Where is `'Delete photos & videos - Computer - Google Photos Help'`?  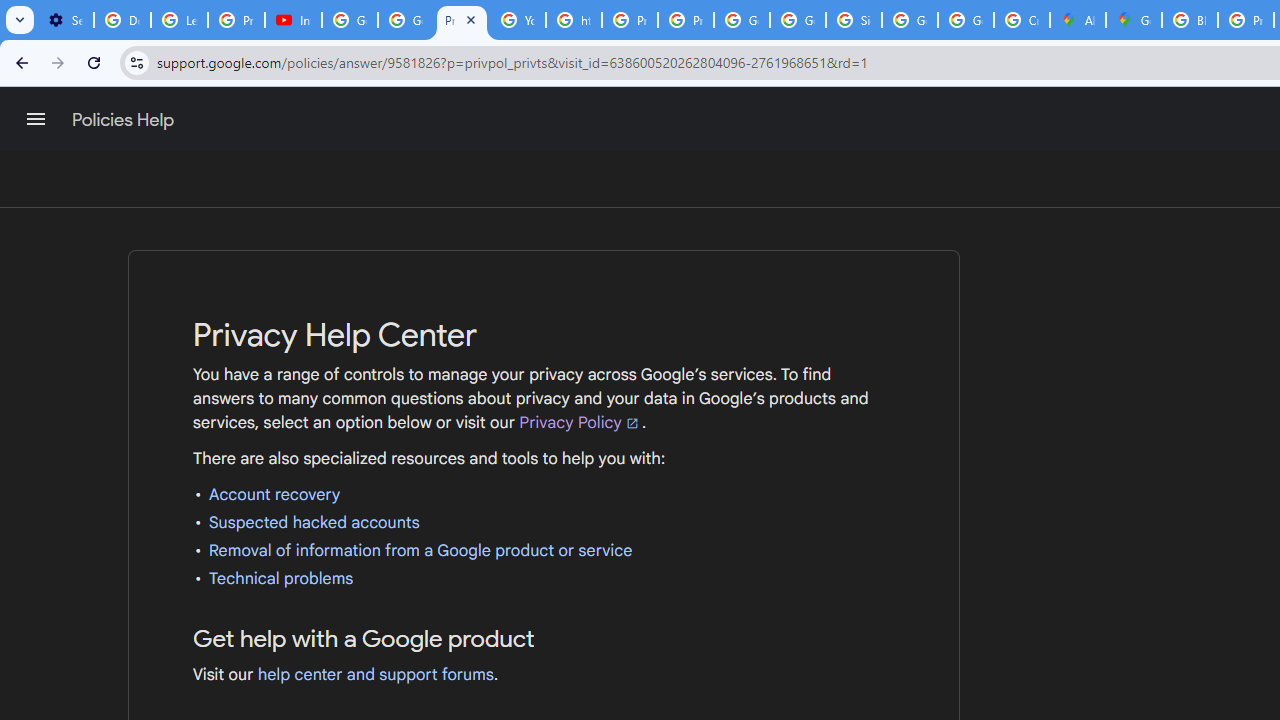 'Delete photos & videos - Computer - Google Photos Help' is located at coordinates (121, 20).